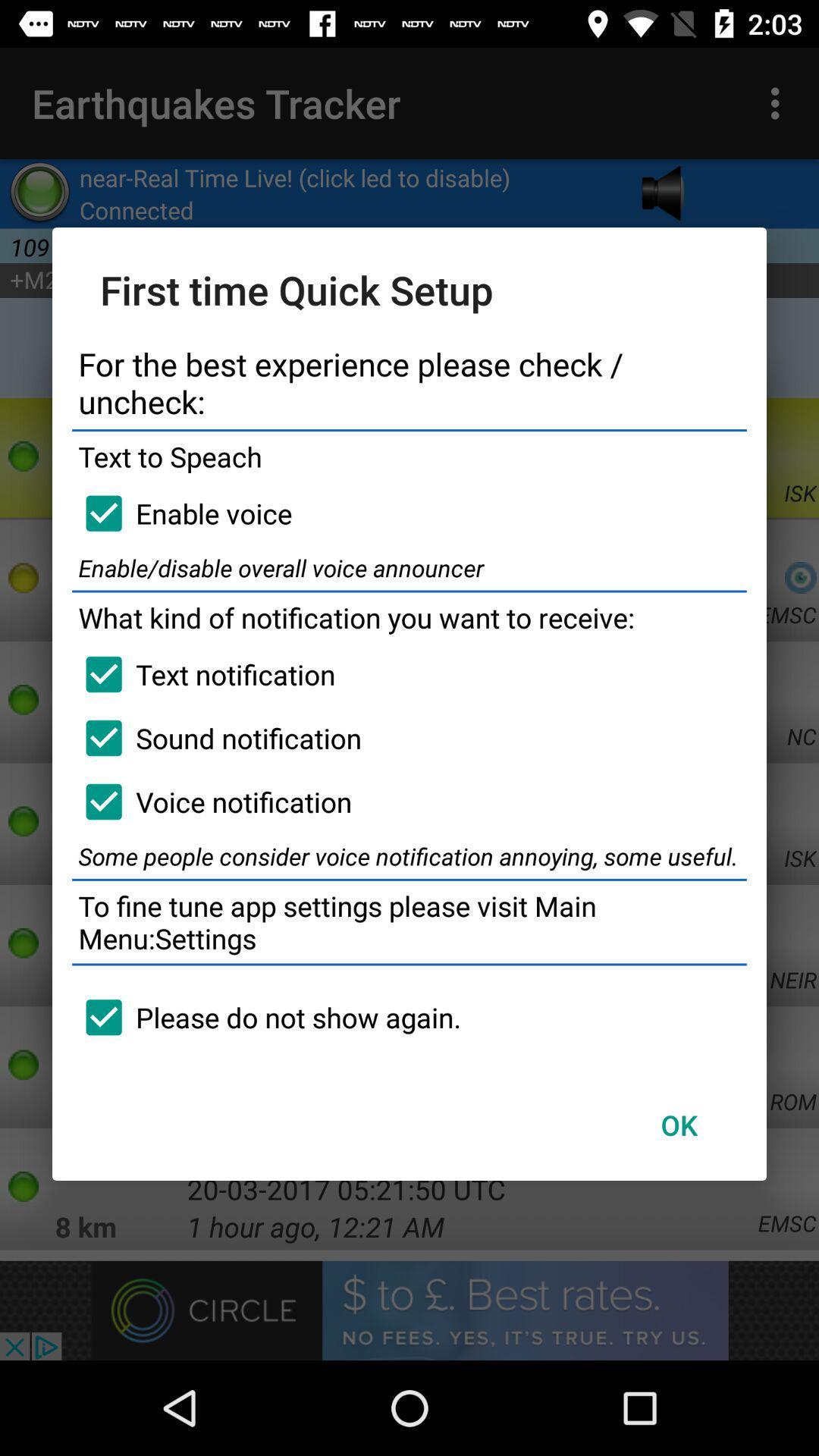  Describe the element at coordinates (265, 1017) in the screenshot. I see `the please do not` at that location.